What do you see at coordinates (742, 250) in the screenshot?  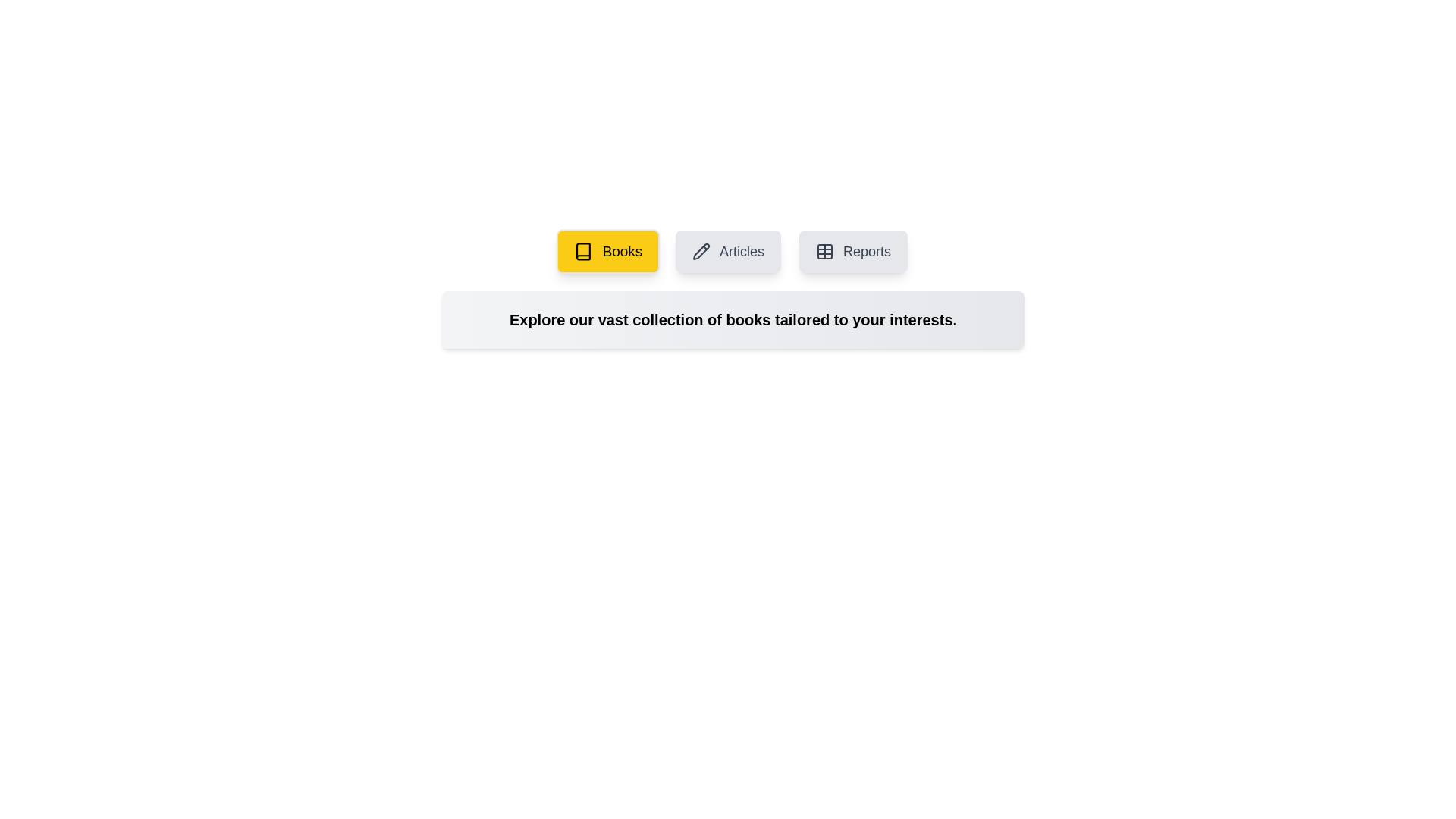 I see `text label 'Articles' which is styled in a medium-sized dark gray font and located within a light gray rectangular button at the center of the top row's button layout` at bounding box center [742, 250].